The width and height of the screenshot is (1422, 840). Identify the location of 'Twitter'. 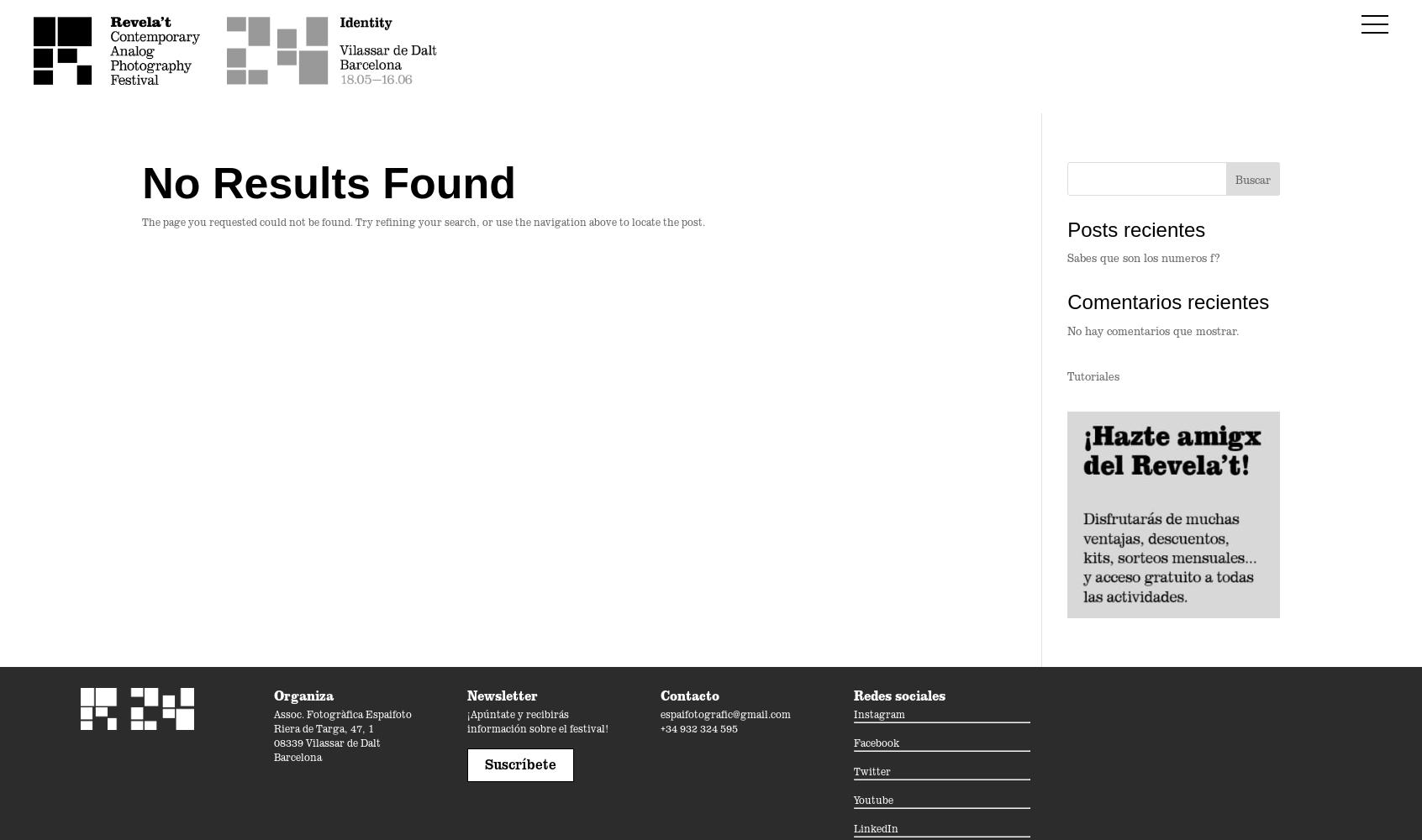
(872, 770).